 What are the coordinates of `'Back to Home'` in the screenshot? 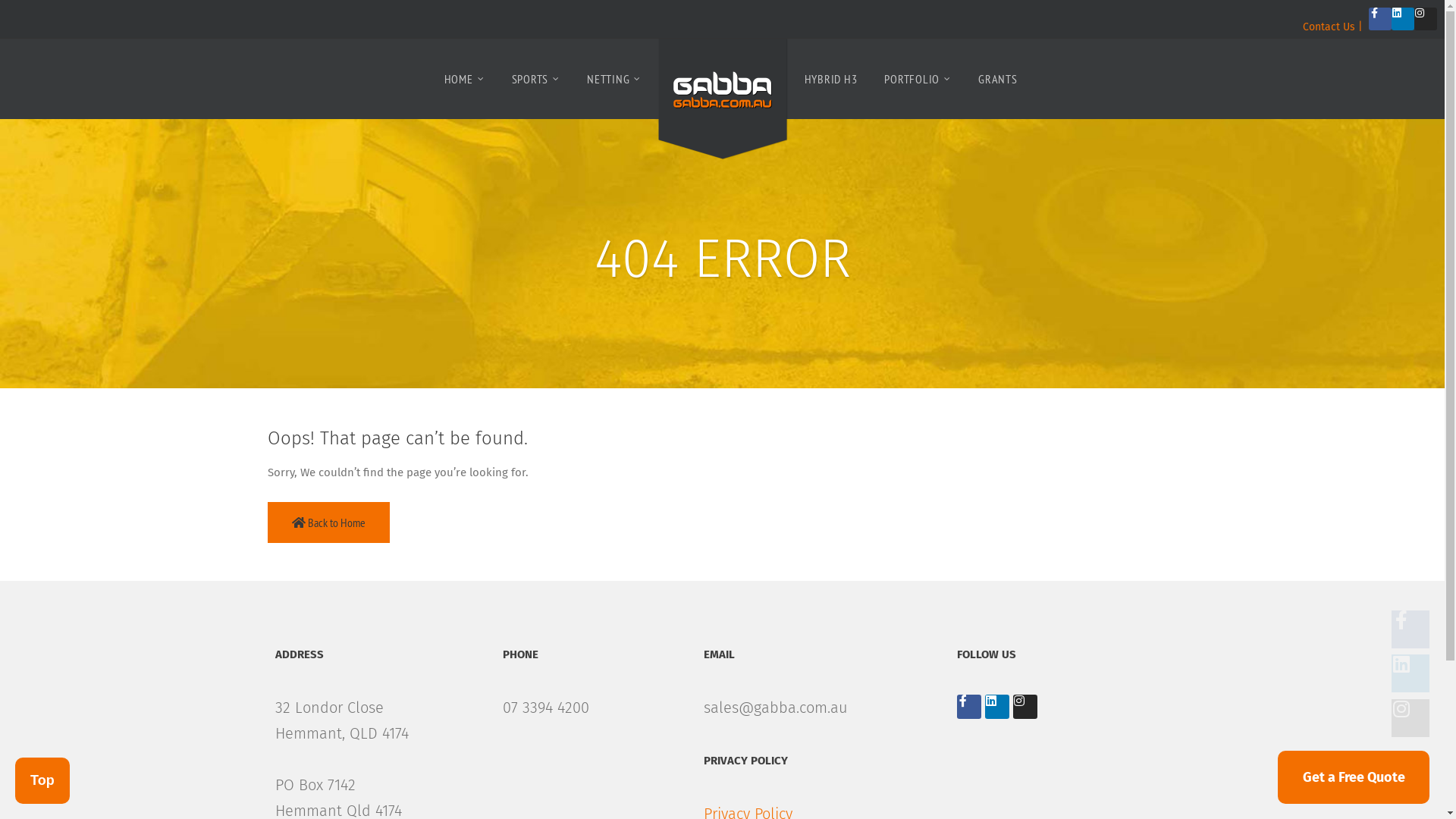 It's located at (327, 522).